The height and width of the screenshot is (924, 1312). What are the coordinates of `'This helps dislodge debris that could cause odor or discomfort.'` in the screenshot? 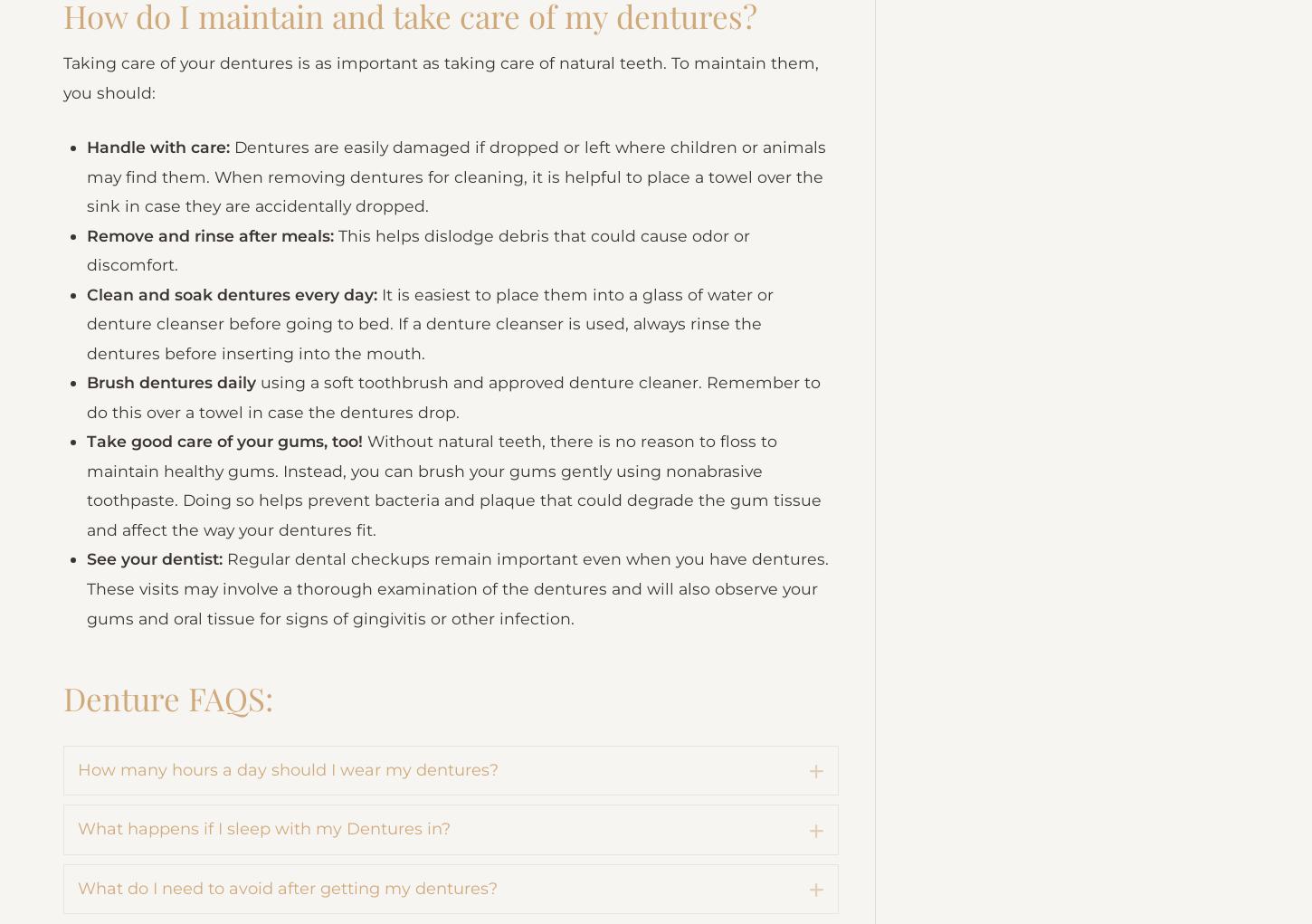 It's located at (423, 355).